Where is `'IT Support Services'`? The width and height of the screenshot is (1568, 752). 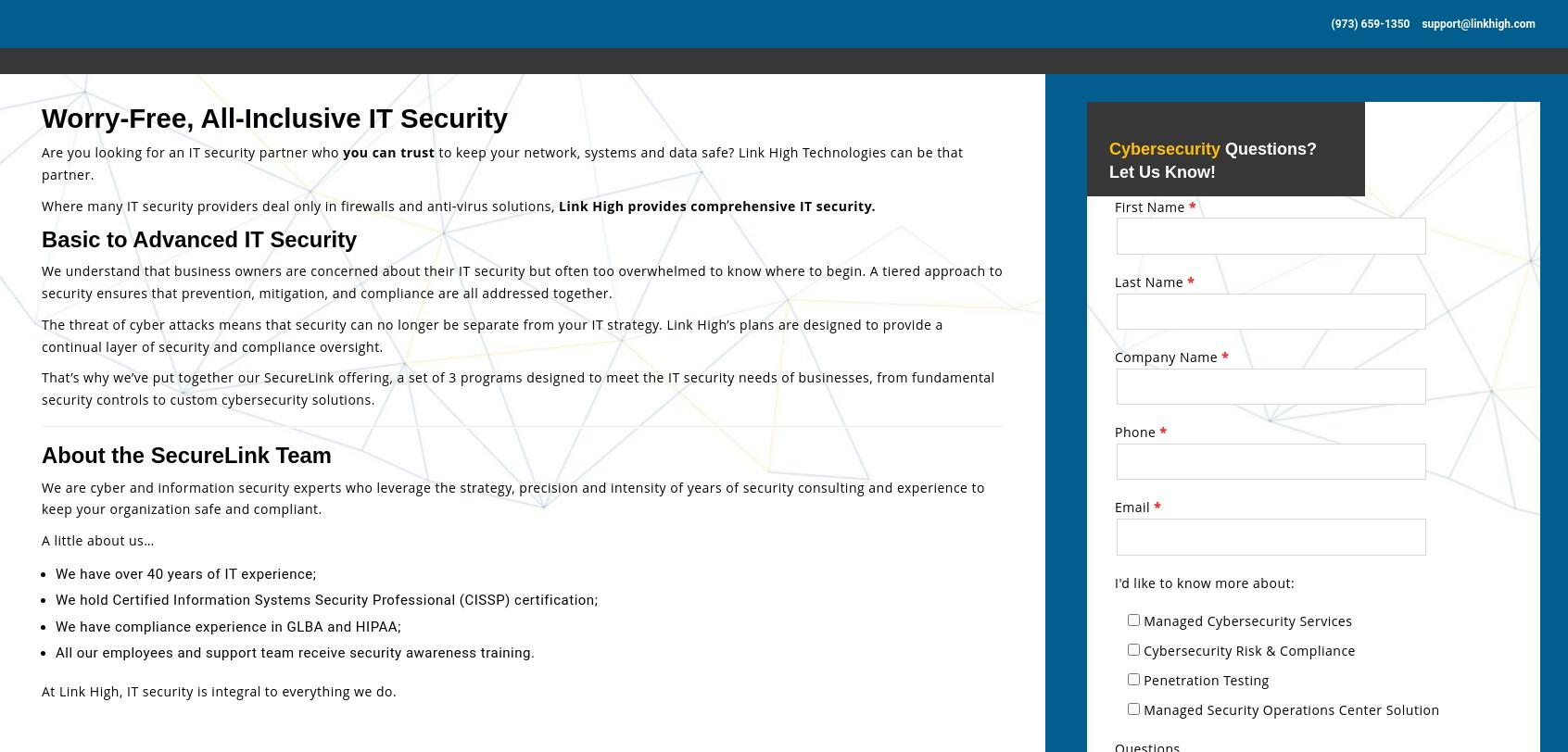 'IT Support Services' is located at coordinates (1084, 138).